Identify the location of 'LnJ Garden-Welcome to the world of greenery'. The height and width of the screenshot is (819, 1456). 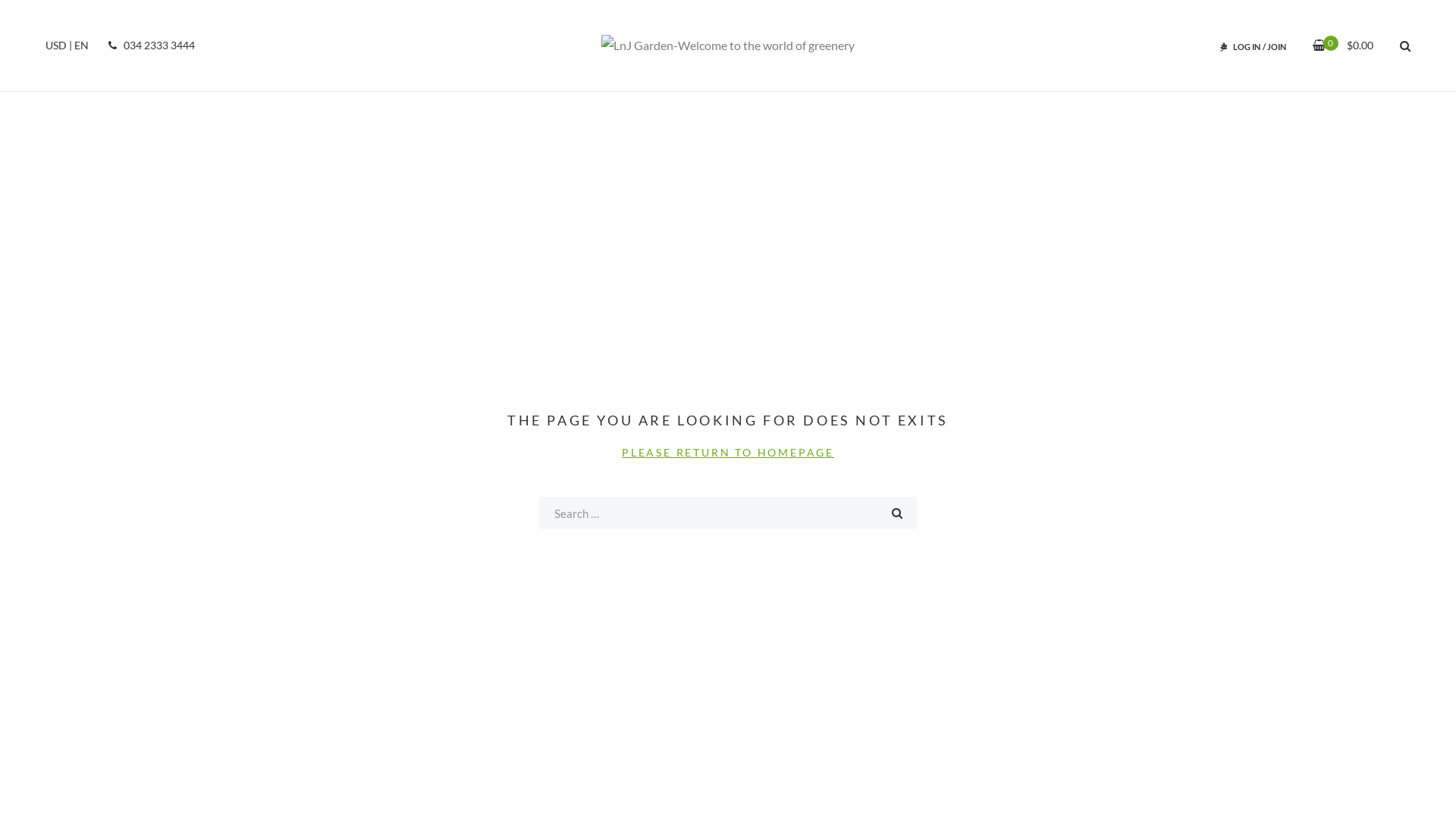
(728, 45).